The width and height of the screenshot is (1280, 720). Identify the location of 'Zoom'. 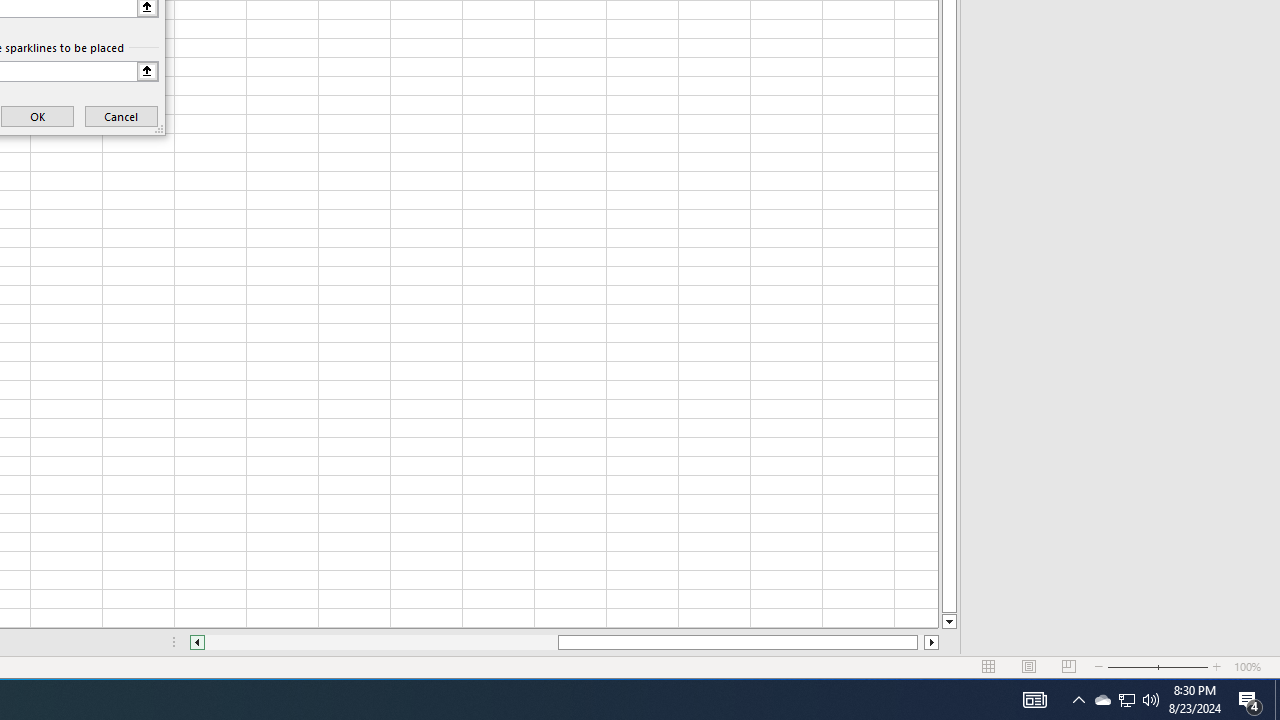
(1158, 667).